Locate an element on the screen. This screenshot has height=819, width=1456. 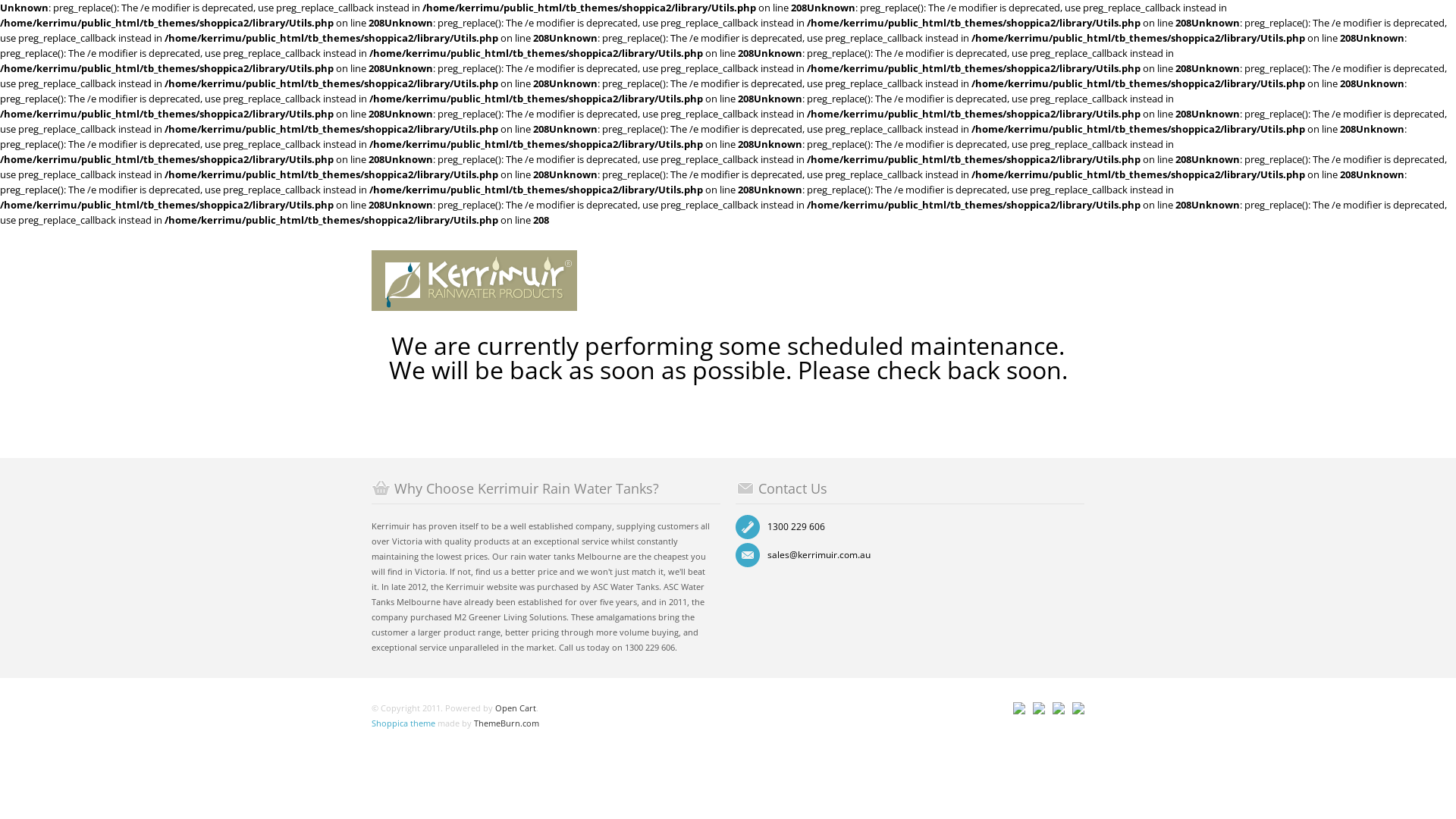
'Open Cart' is located at coordinates (516, 708).